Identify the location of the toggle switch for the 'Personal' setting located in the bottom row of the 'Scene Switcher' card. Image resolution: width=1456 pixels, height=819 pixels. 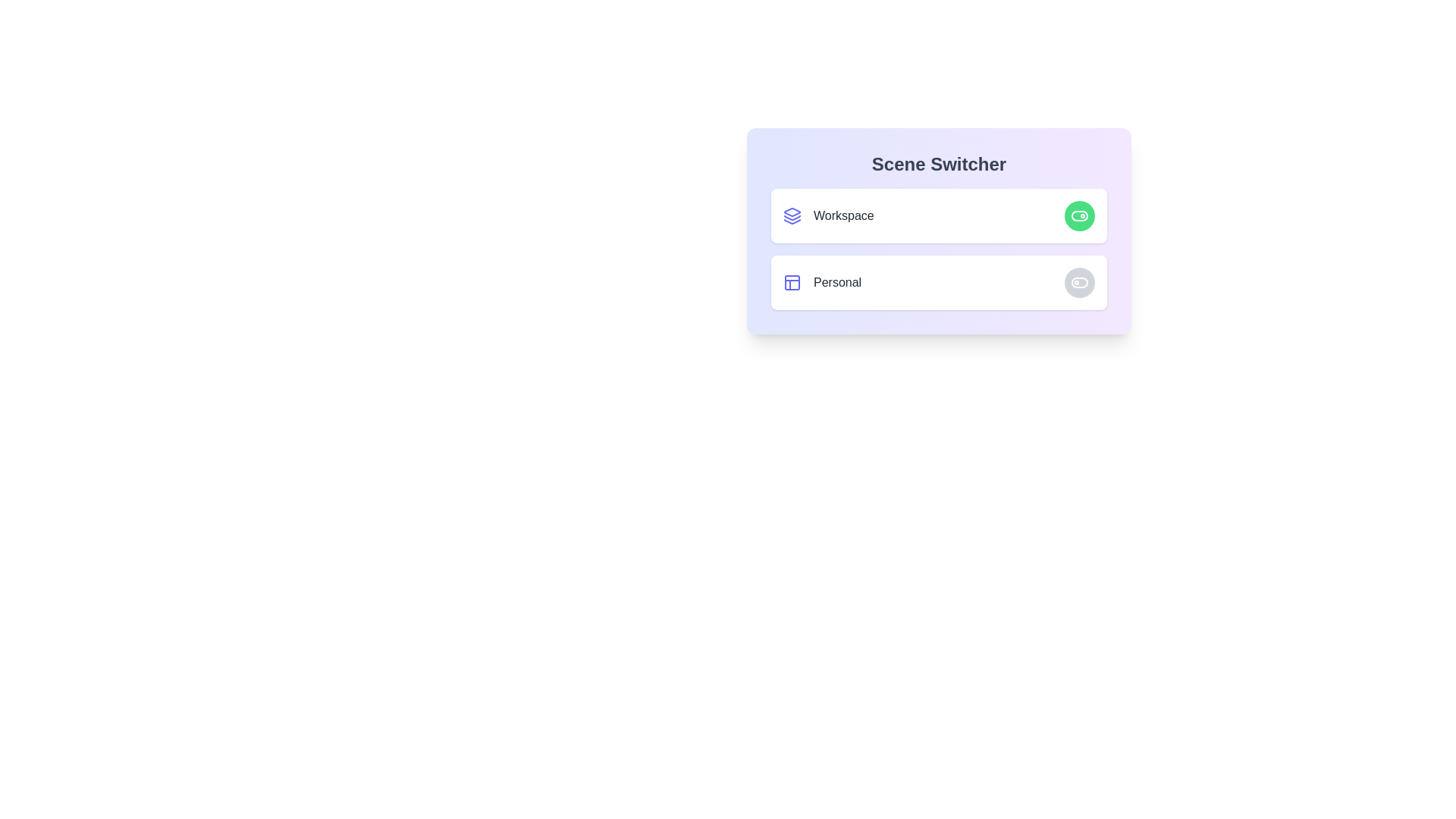
(1079, 283).